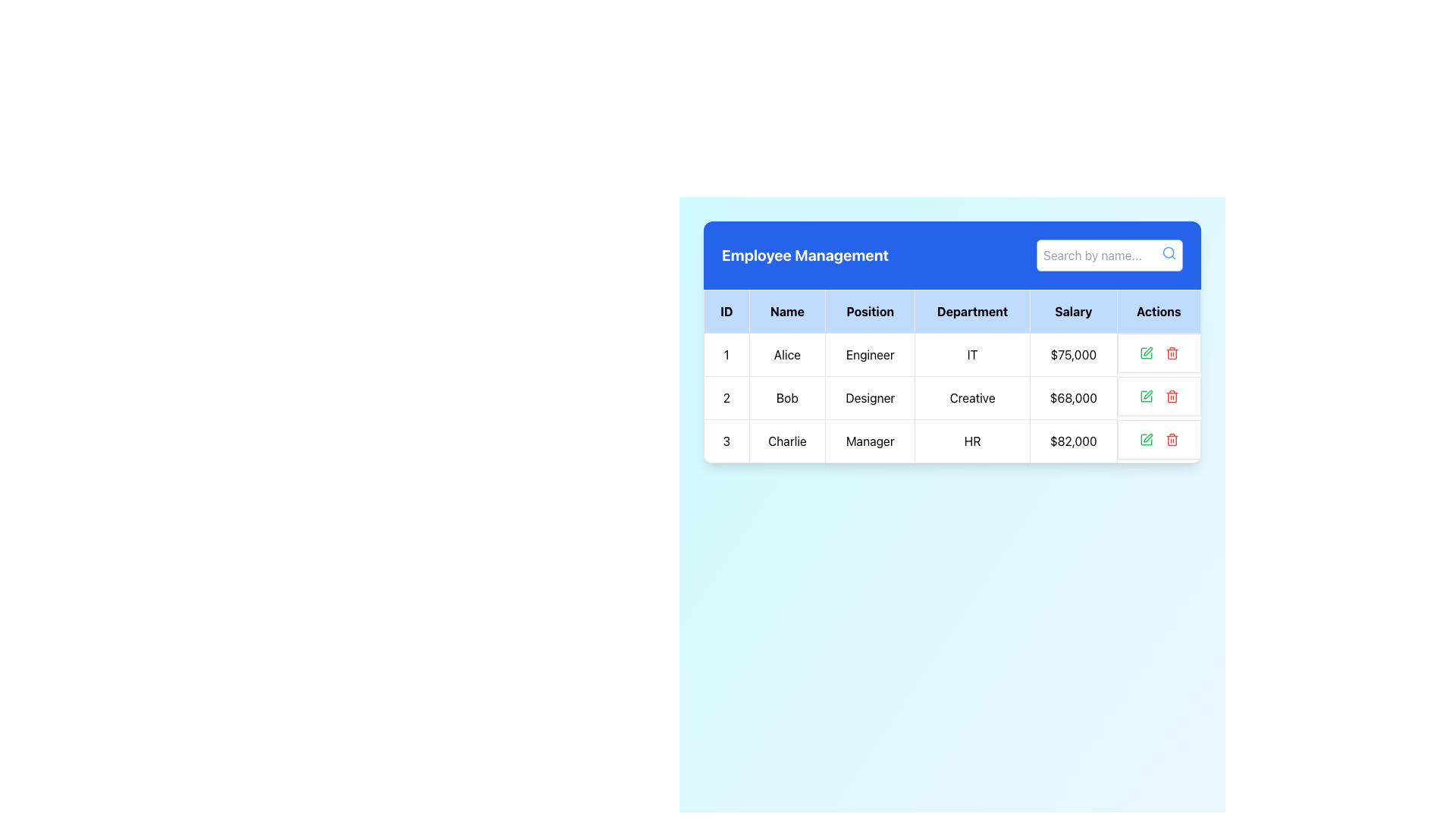 The width and height of the screenshot is (1456, 819). I want to click on the 'Department' table header, which is the fourth column header in a grid layout with a light blue background and bold black text, so click(972, 311).